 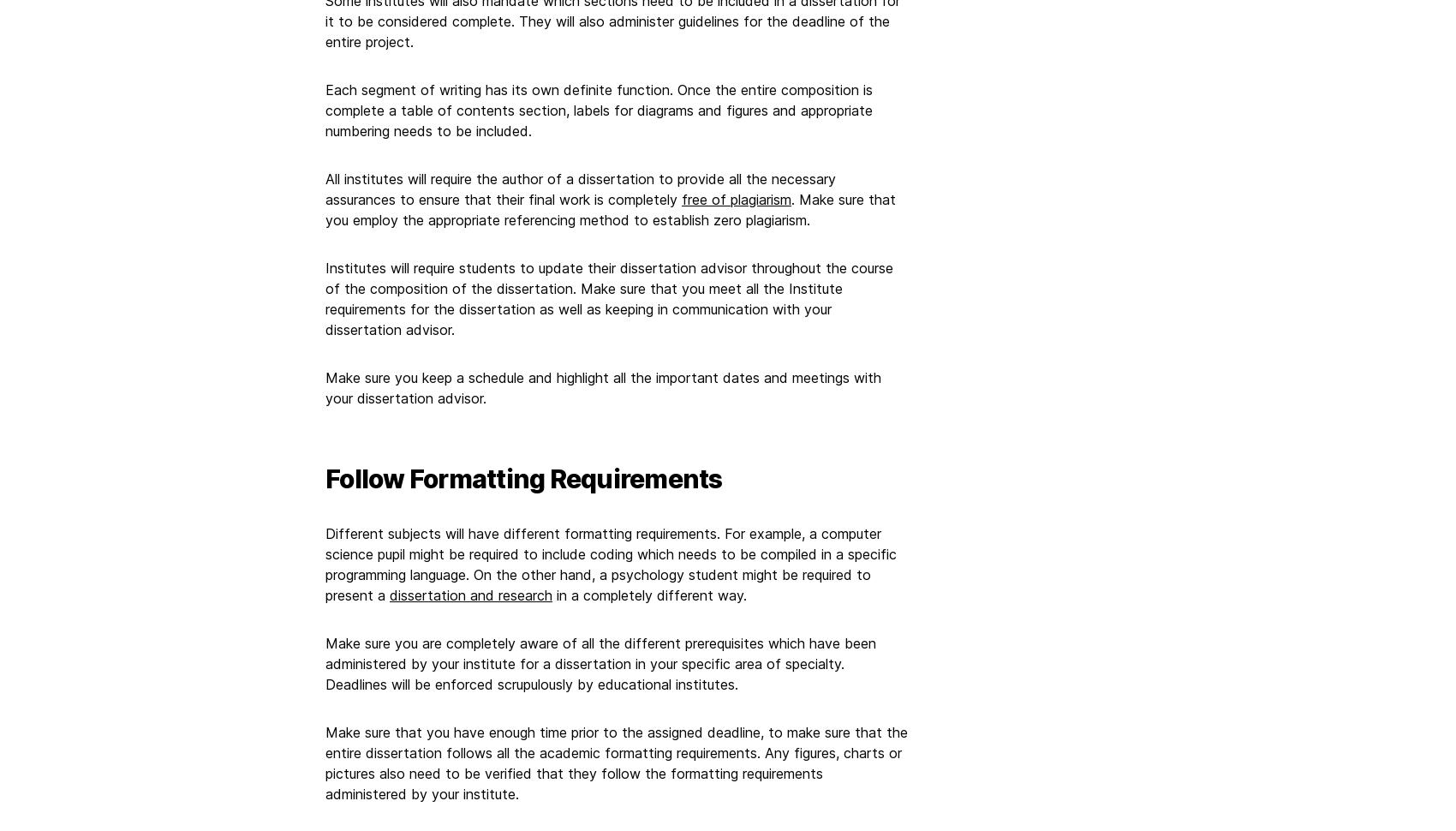 What do you see at coordinates (609, 298) in the screenshot?
I see `'Institutes will require students to update their dissertation advisor throughout the course of the composition of the dissertation. Make sure that you meet all the Institute requirements for the dissertation as well as keeping in communication with your dissertation advisor.'` at bounding box center [609, 298].